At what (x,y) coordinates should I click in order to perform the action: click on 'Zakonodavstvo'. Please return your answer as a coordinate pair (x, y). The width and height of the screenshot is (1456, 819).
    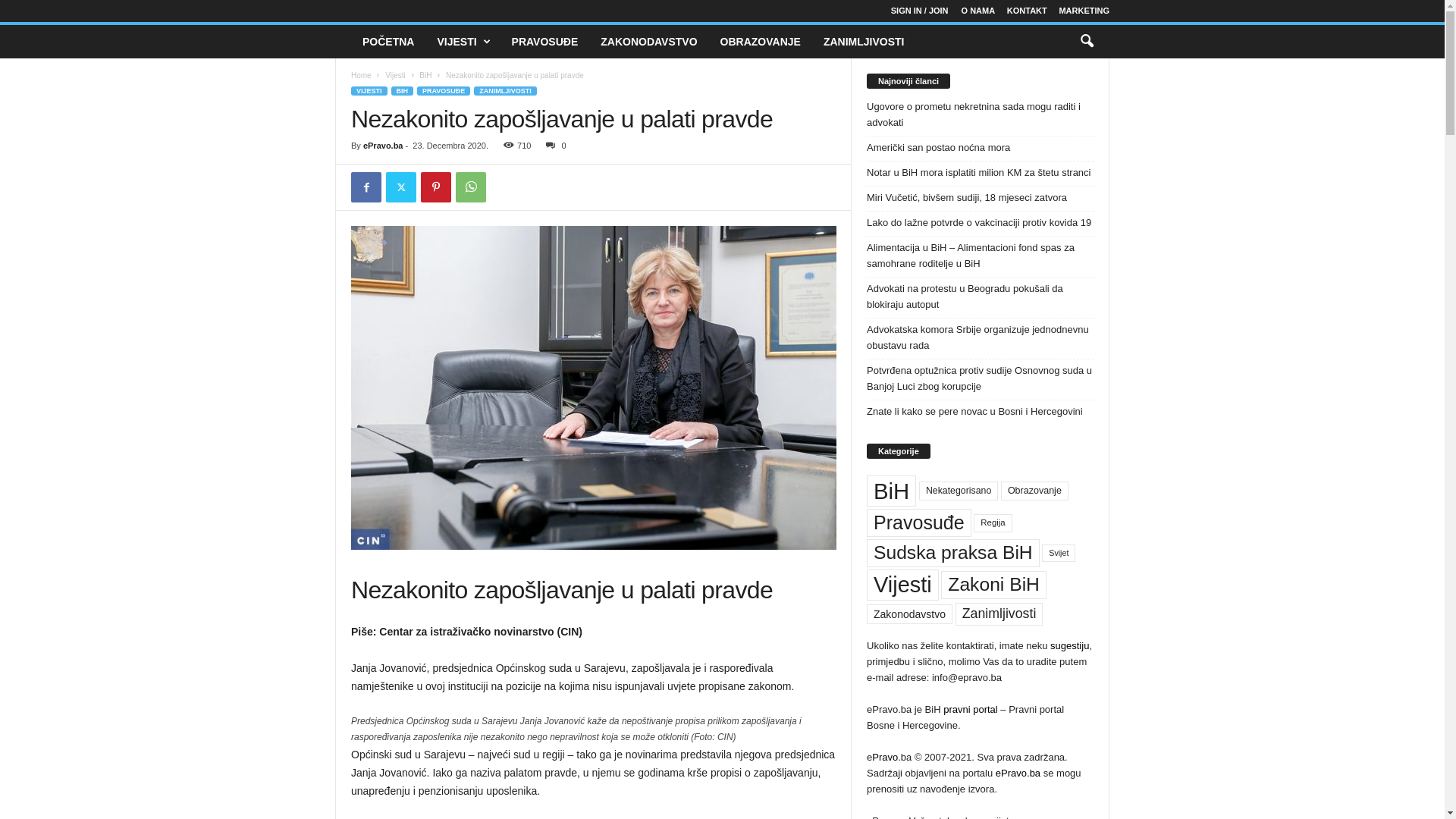
    Looking at the image, I should click on (909, 614).